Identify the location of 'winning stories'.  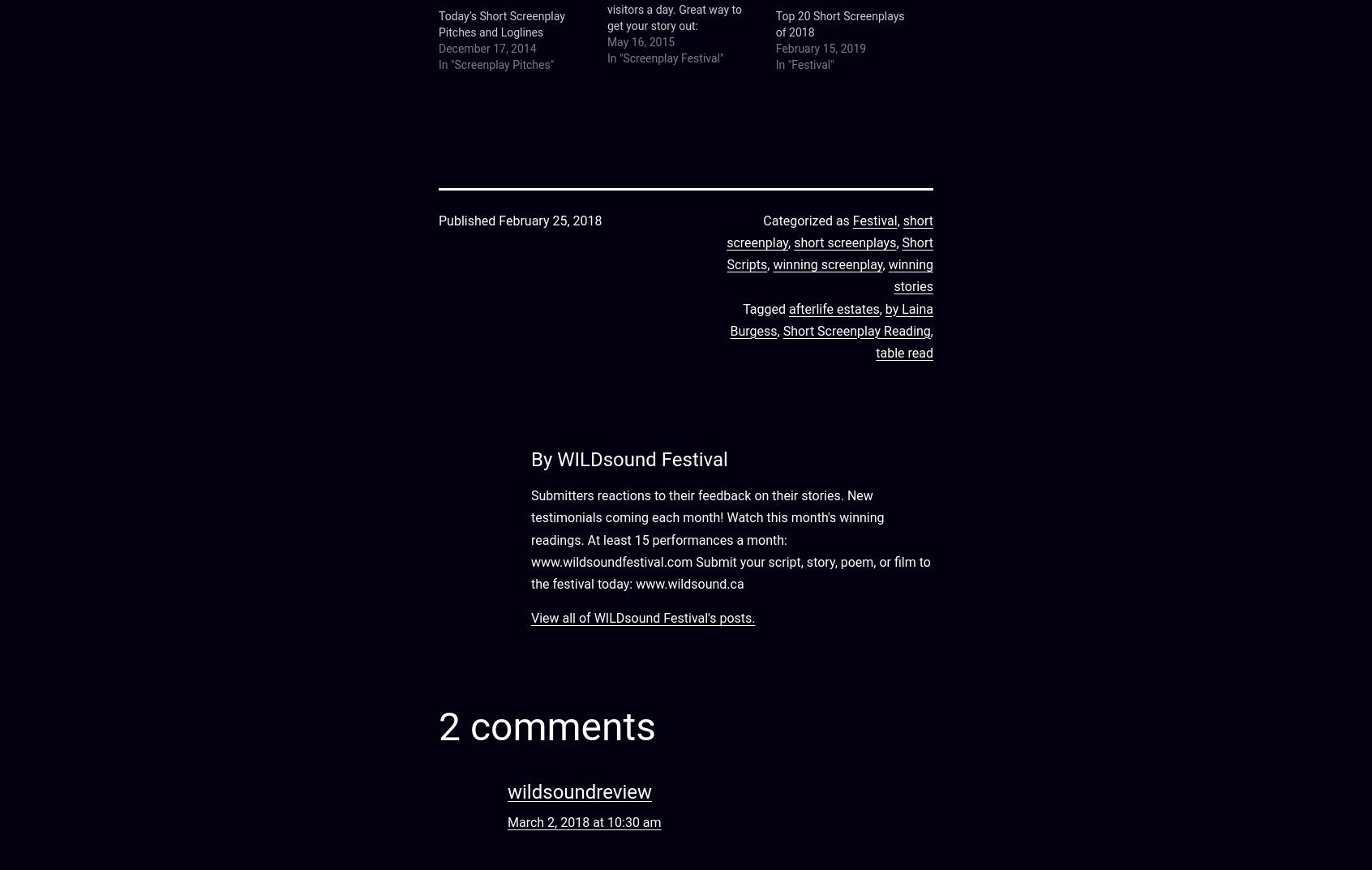
(910, 276).